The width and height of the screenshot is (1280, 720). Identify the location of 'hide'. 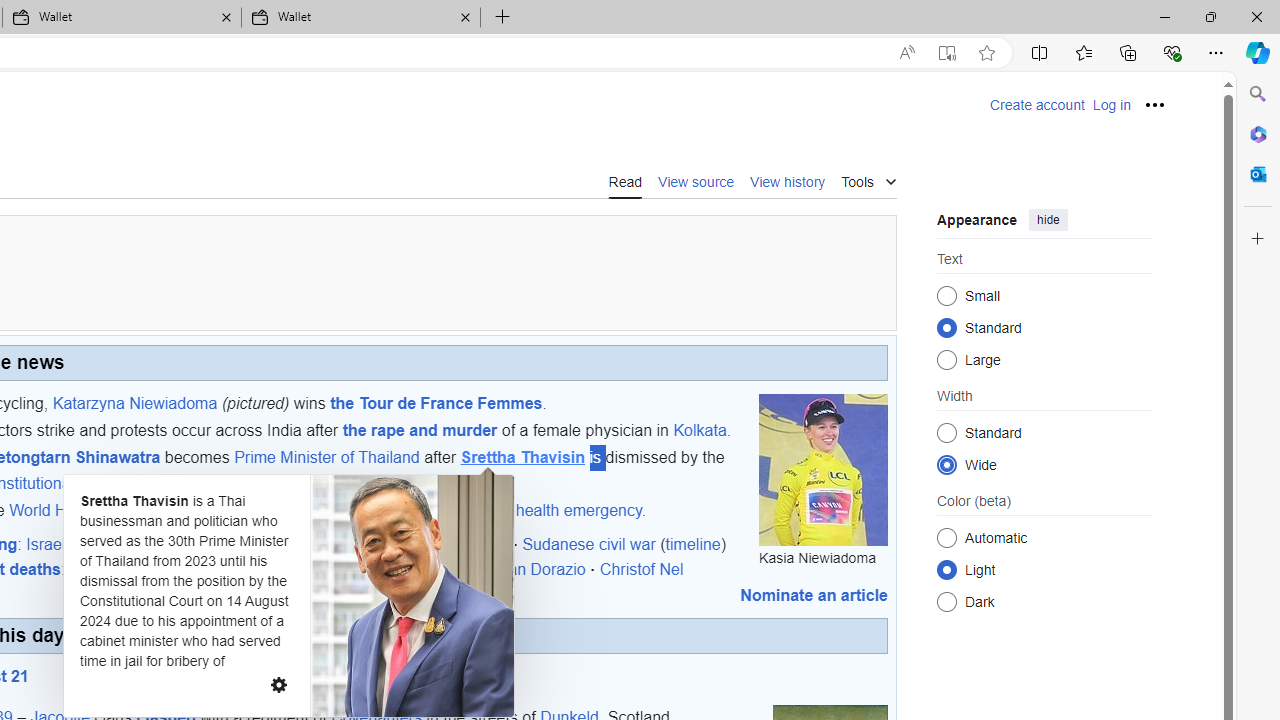
(1047, 219).